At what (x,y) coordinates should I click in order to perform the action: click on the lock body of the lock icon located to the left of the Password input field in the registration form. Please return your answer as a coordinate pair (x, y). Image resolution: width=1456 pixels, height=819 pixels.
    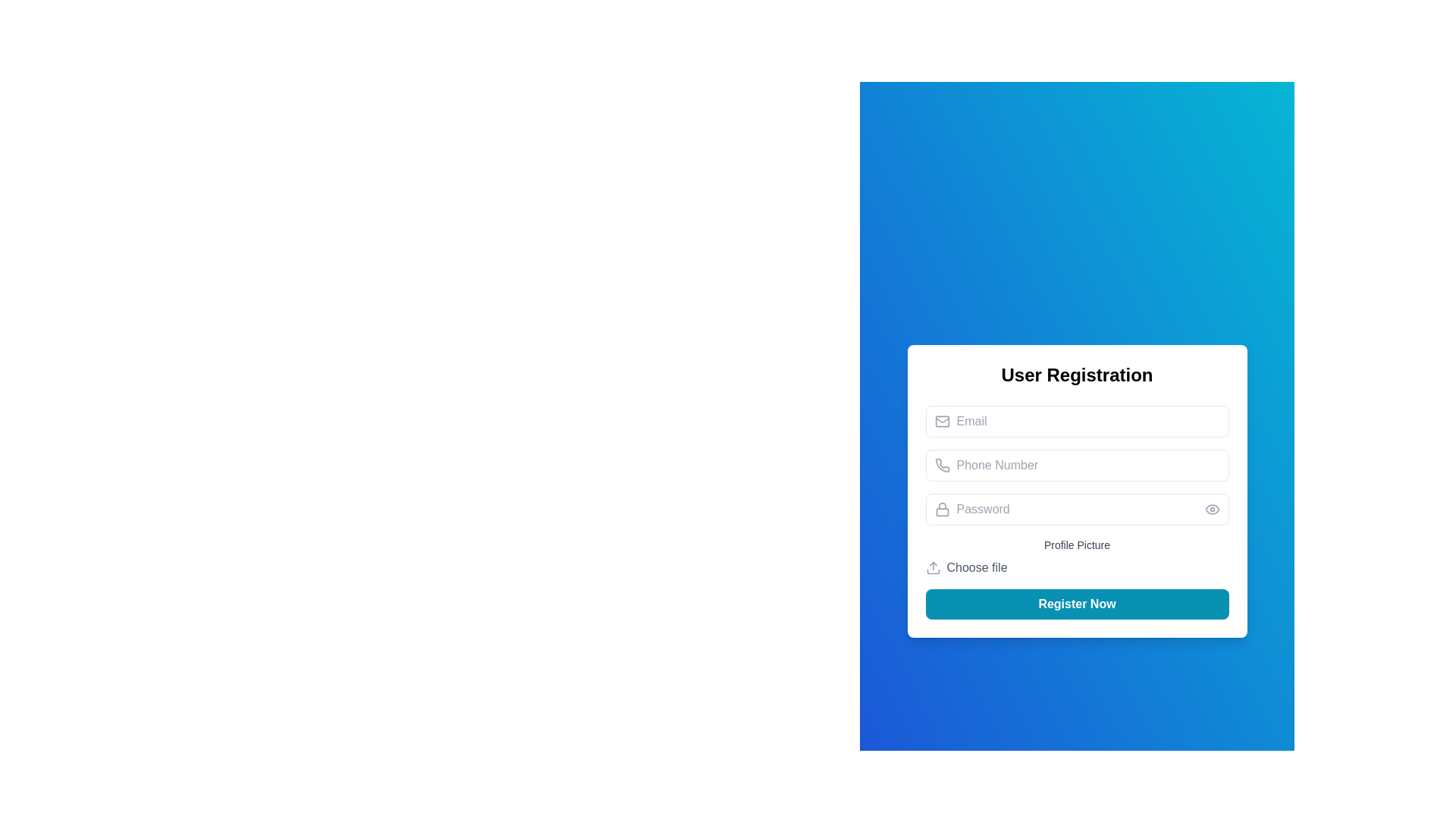
    Looking at the image, I should click on (941, 512).